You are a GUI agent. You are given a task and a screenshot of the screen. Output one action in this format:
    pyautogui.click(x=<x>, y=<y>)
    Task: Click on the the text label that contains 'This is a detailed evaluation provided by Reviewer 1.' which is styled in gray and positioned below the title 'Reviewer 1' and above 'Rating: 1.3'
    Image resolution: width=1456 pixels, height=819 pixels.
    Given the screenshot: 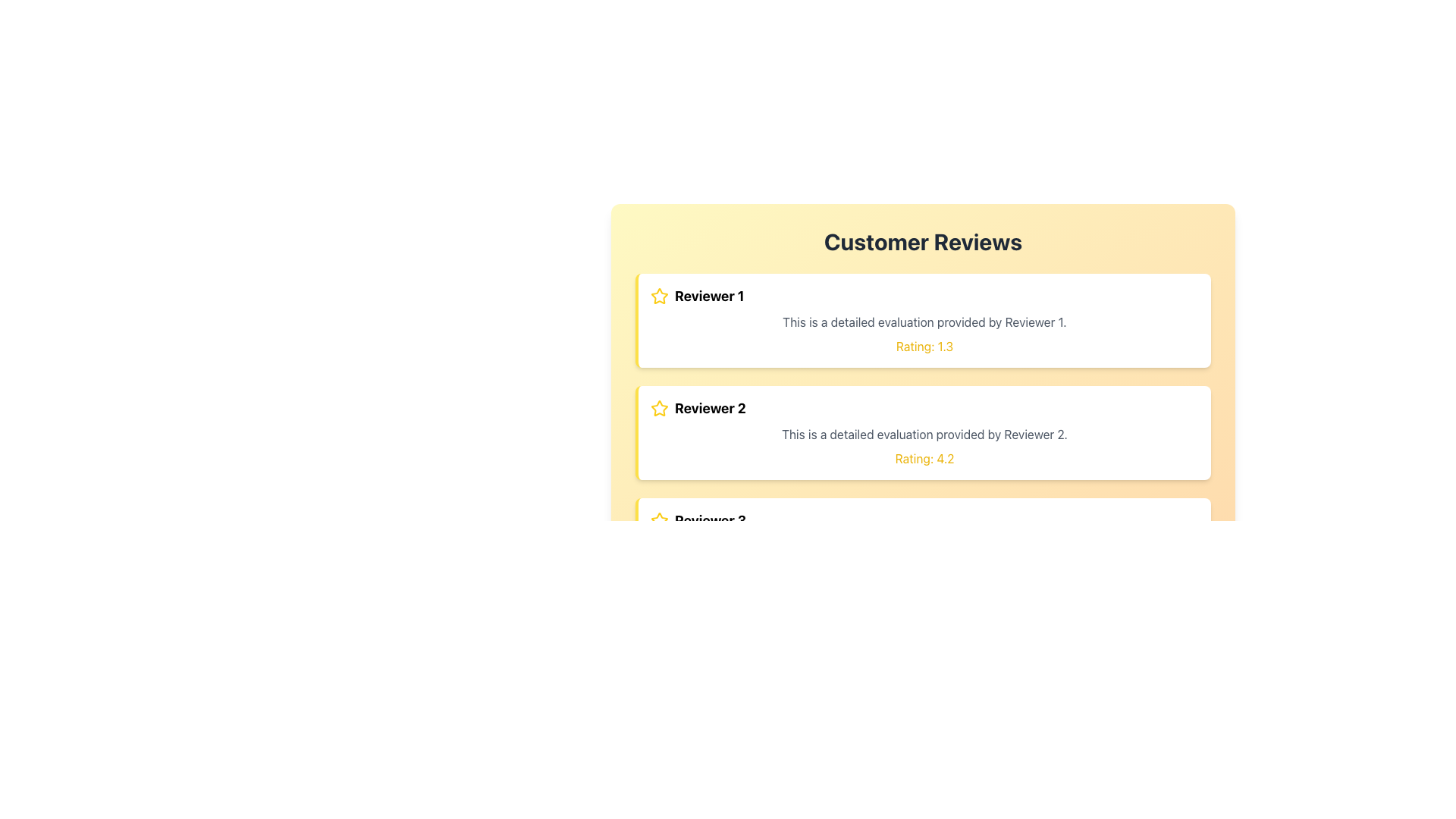 What is the action you would take?
    pyautogui.click(x=924, y=321)
    